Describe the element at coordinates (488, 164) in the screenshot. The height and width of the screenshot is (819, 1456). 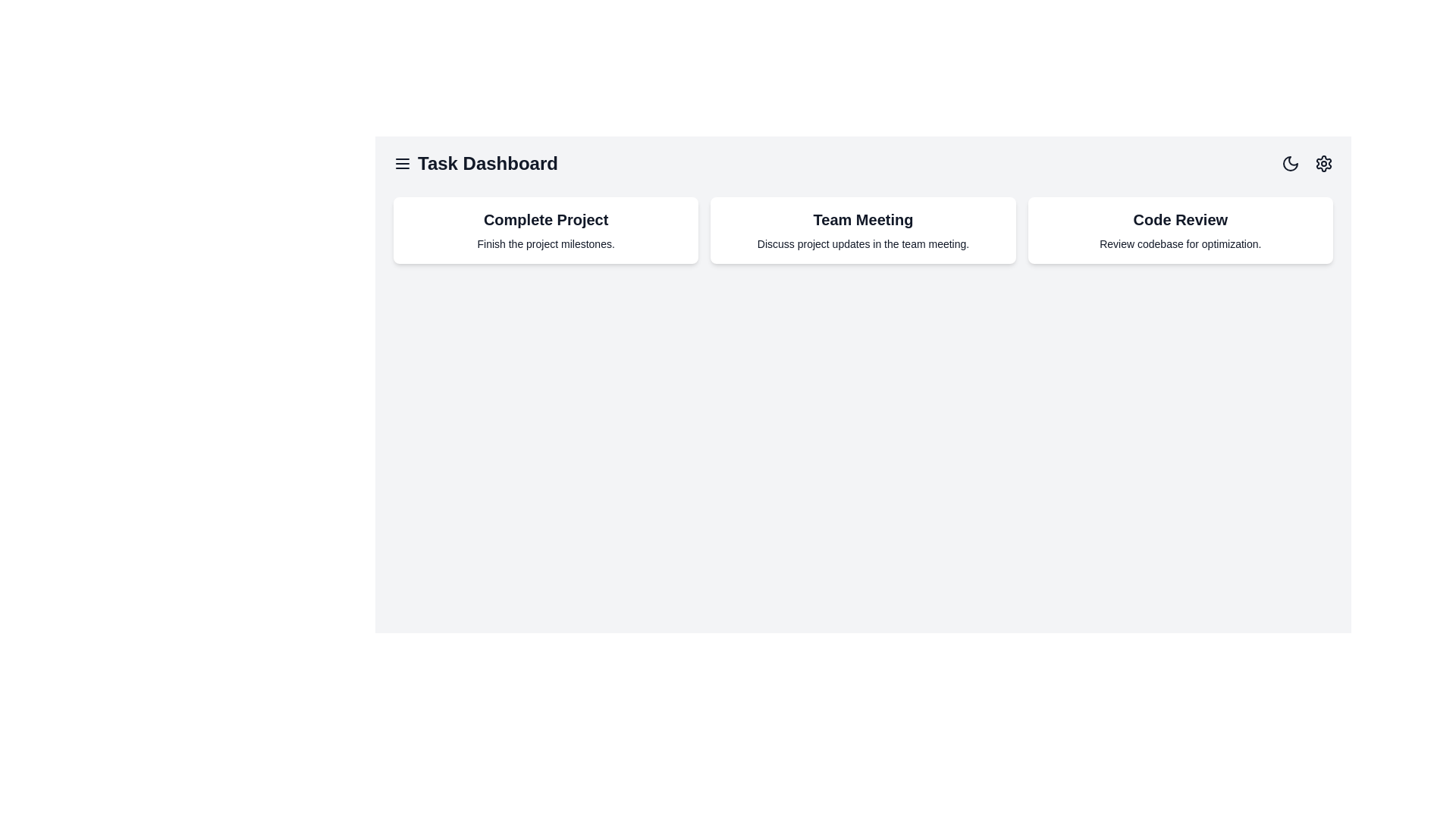
I see `Heading or Title Text that indicates the user is viewing the 'Task Dashboard' section of the interface, located to the right of the menu icon in the top-left region` at that location.